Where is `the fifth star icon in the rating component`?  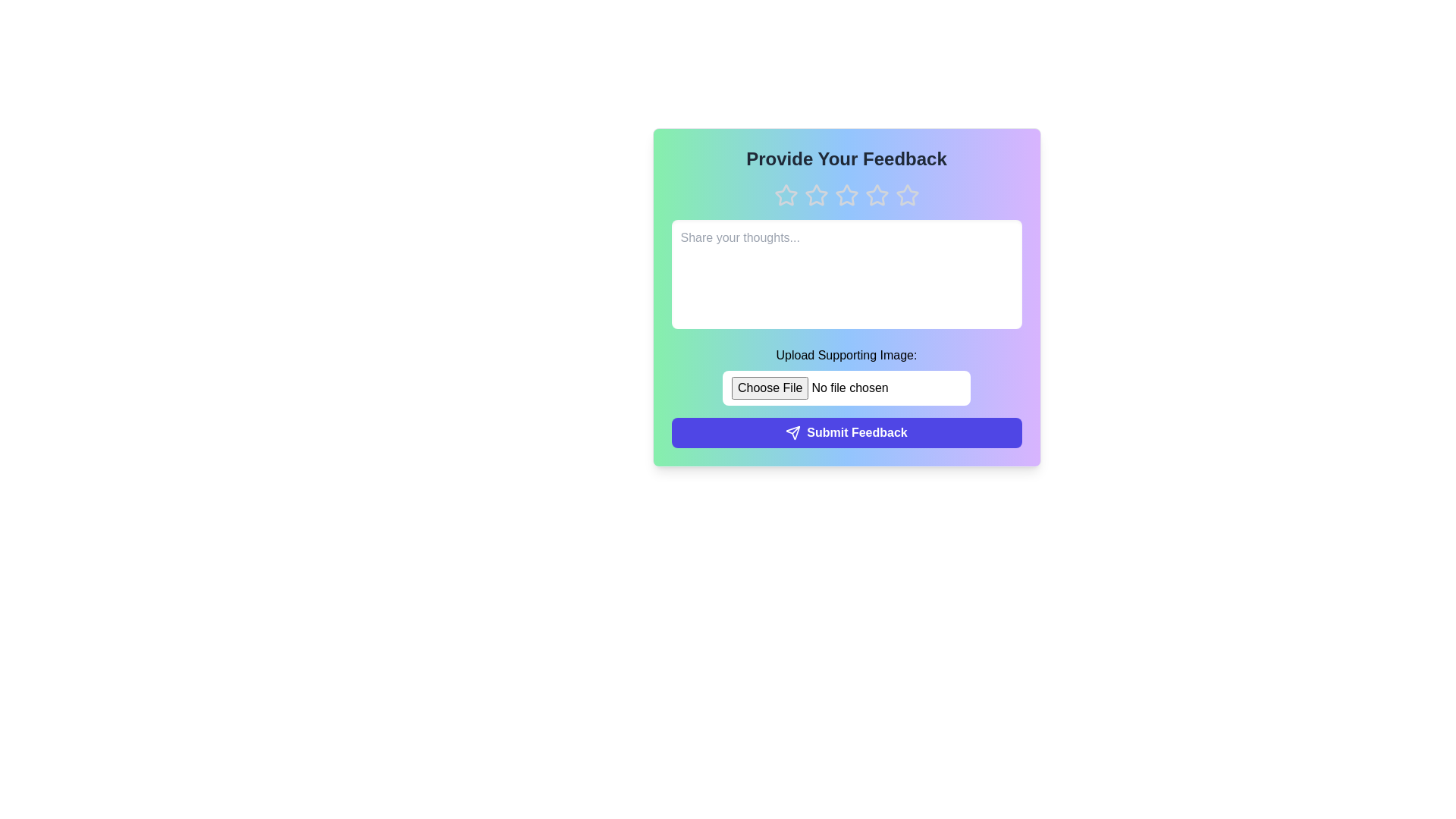
the fifth star icon in the rating component is located at coordinates (907, 194).